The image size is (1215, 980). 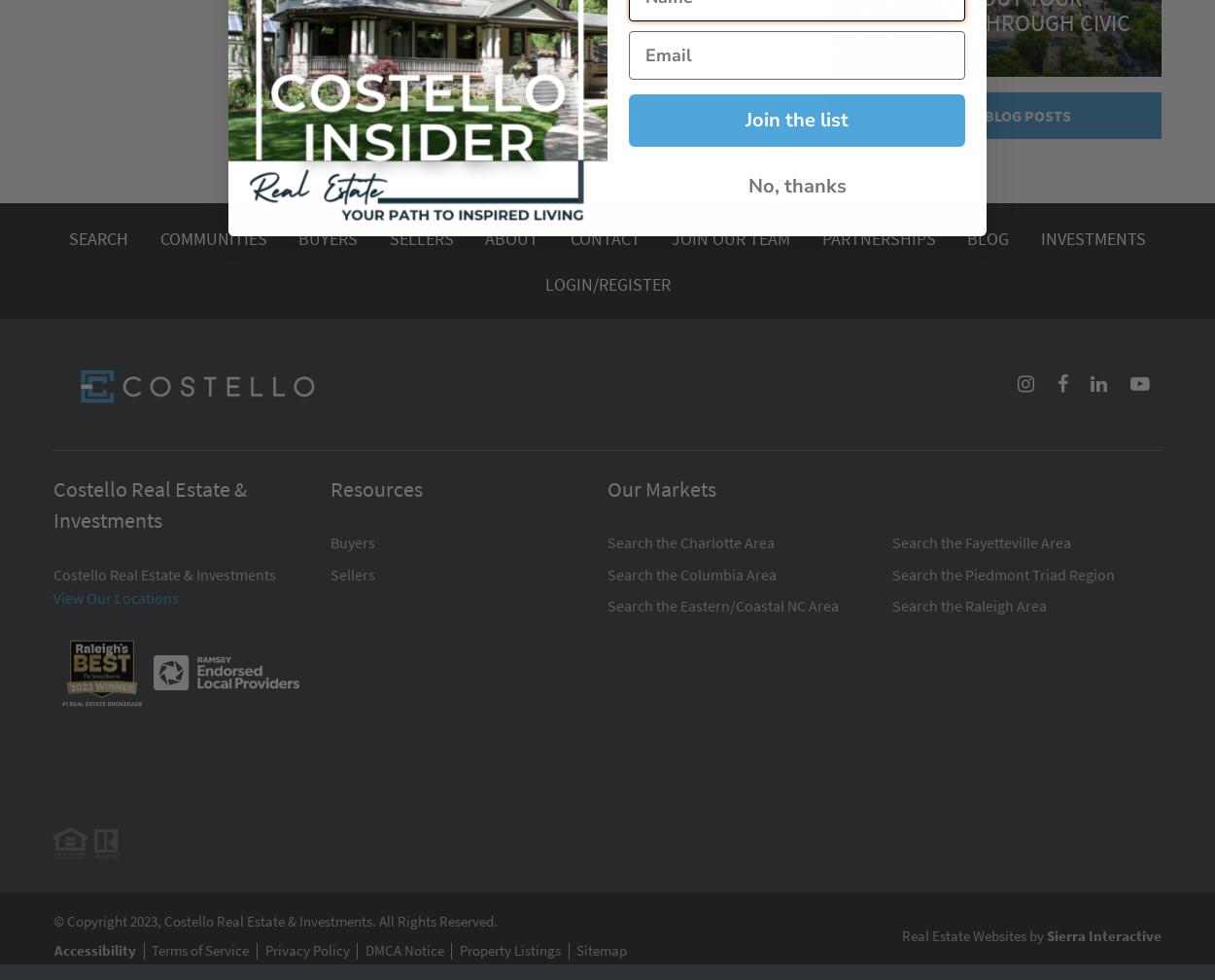 I want to click on 'Communities', so click(x=212, y=238).